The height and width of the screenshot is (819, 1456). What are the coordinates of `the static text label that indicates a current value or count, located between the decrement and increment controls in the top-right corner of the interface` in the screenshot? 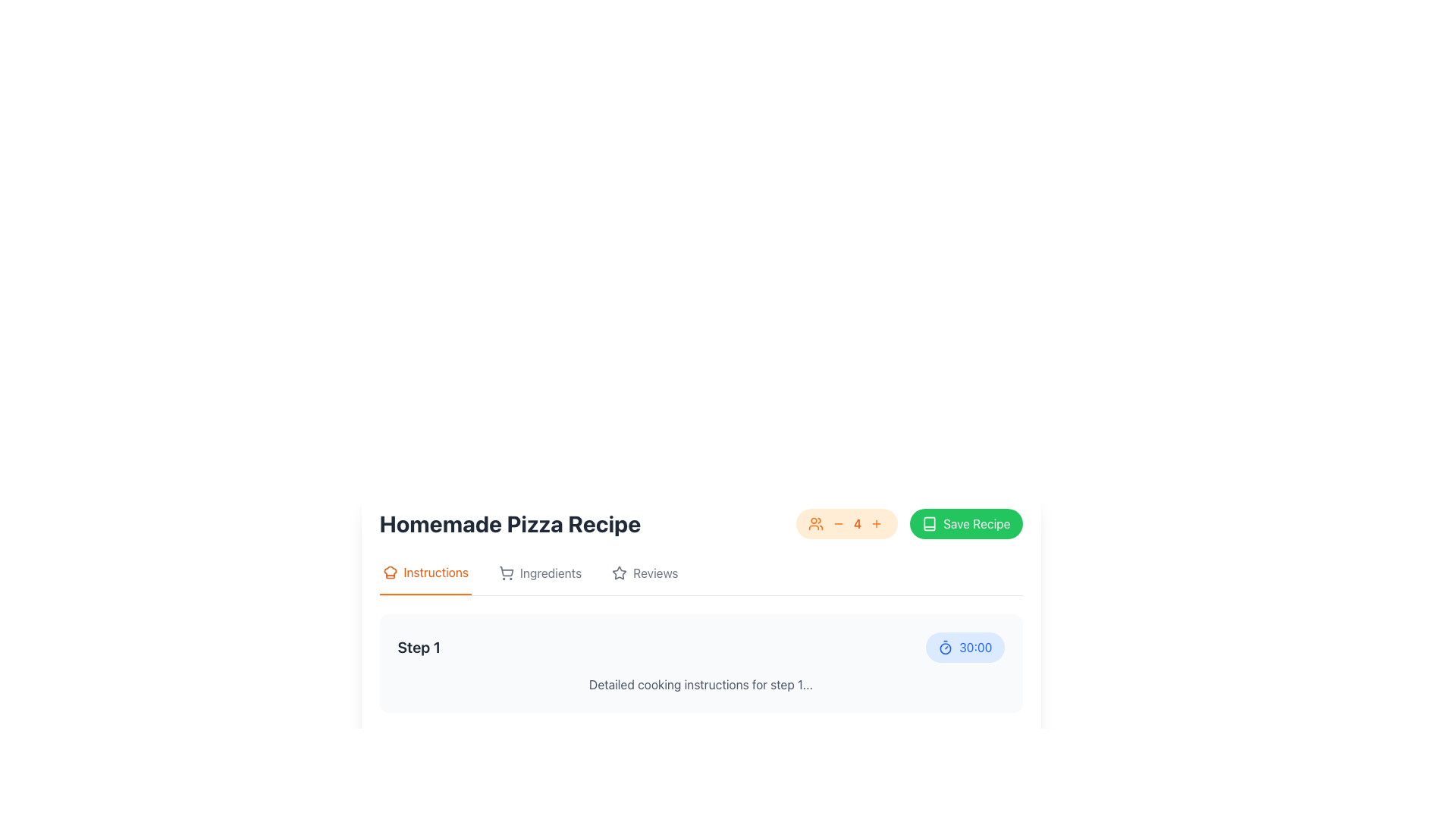 It's located at (857, 522).